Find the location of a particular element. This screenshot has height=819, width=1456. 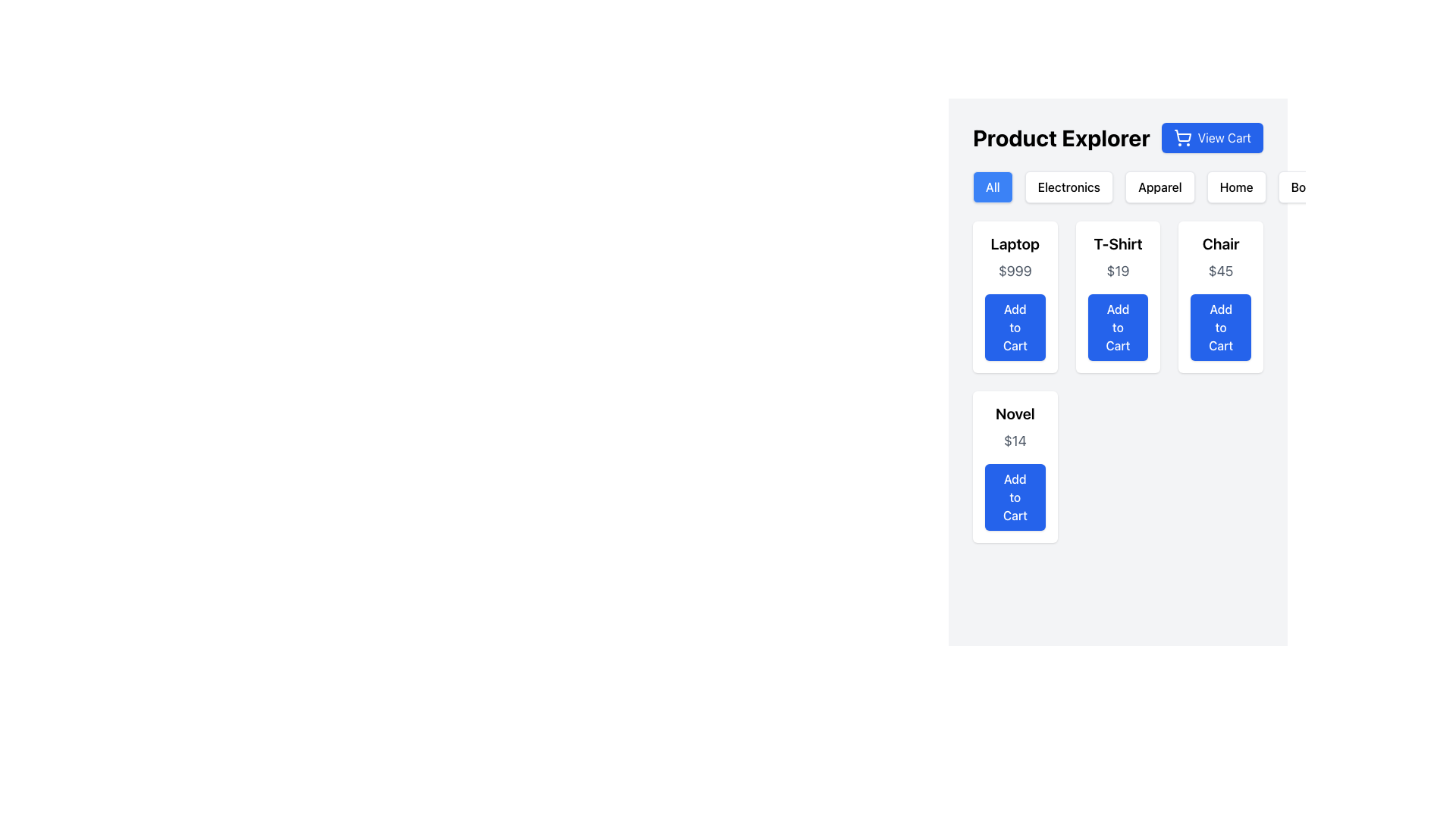

the pricing information text label displaying '$45', which is centrally positioned below the header 'Chair' and above the 'Add to Cart' button is located at coordinates (1221, 271).